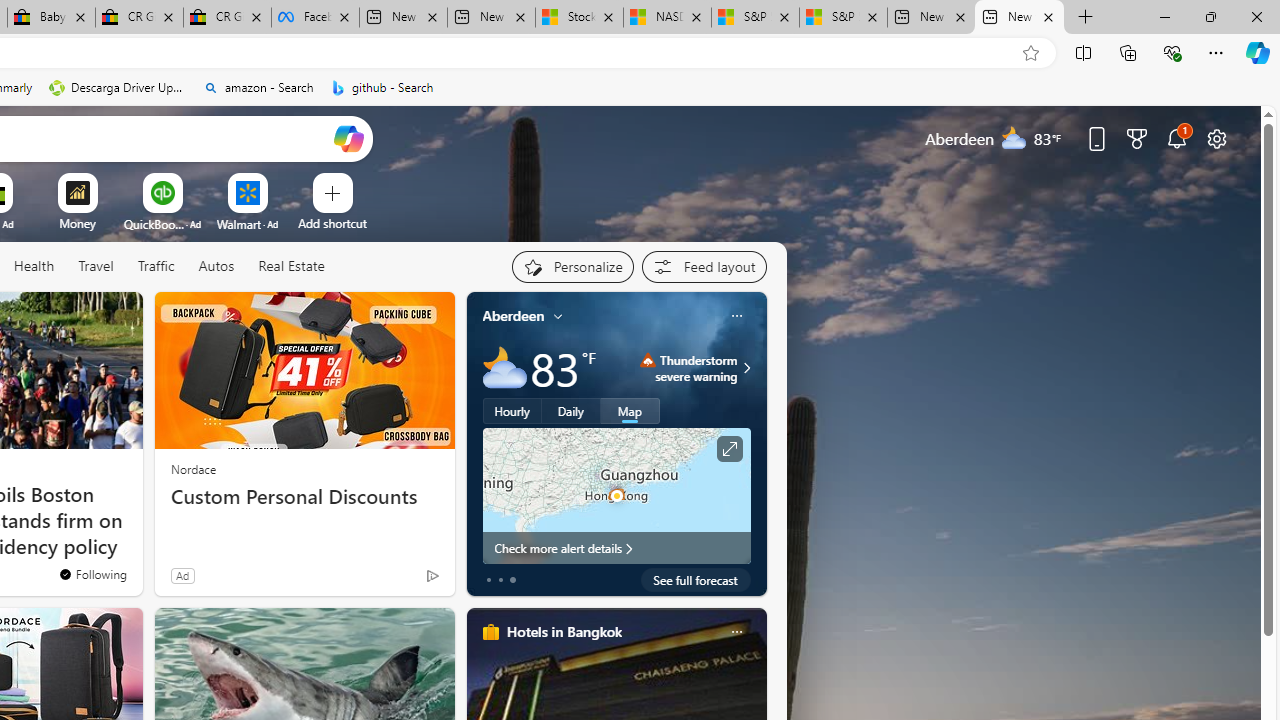  I want to click on 'Class: weather-arrow-glyph', so click(745, 367).